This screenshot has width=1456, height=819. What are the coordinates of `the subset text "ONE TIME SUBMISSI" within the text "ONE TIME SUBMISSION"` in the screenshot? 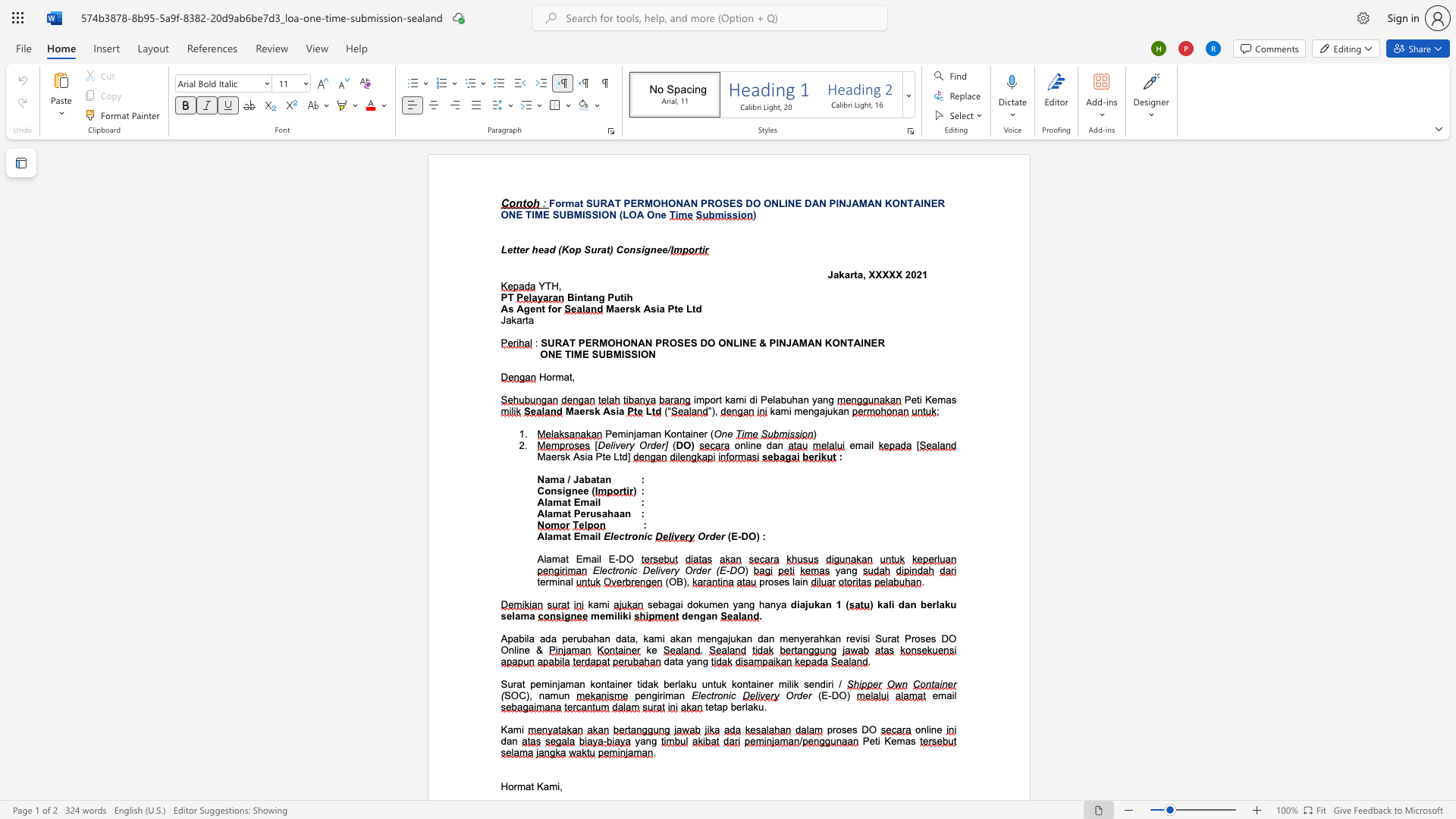 It's located at (540, 354).